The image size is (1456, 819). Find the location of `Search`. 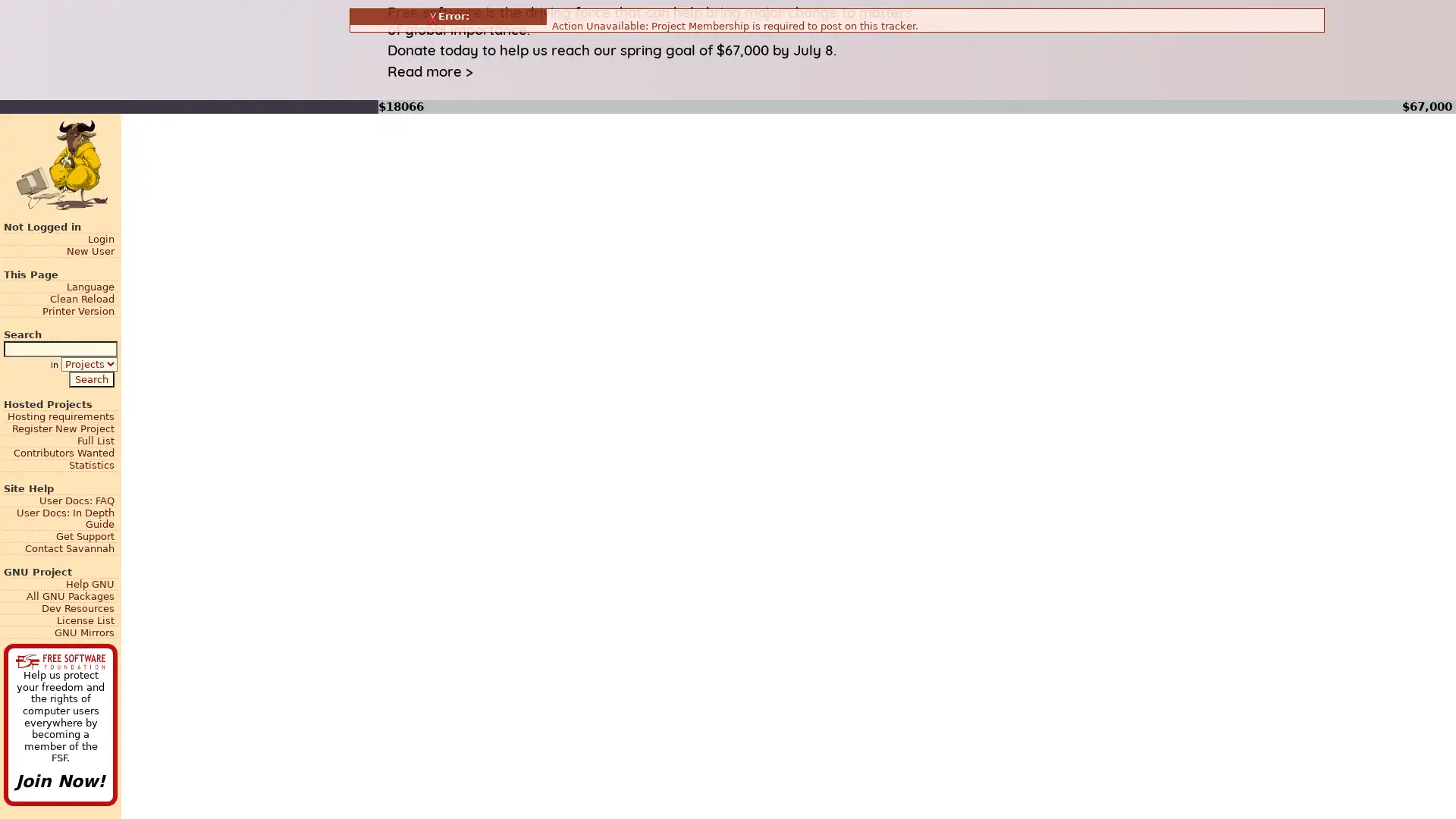

Search is located at coordinates (90, 378).